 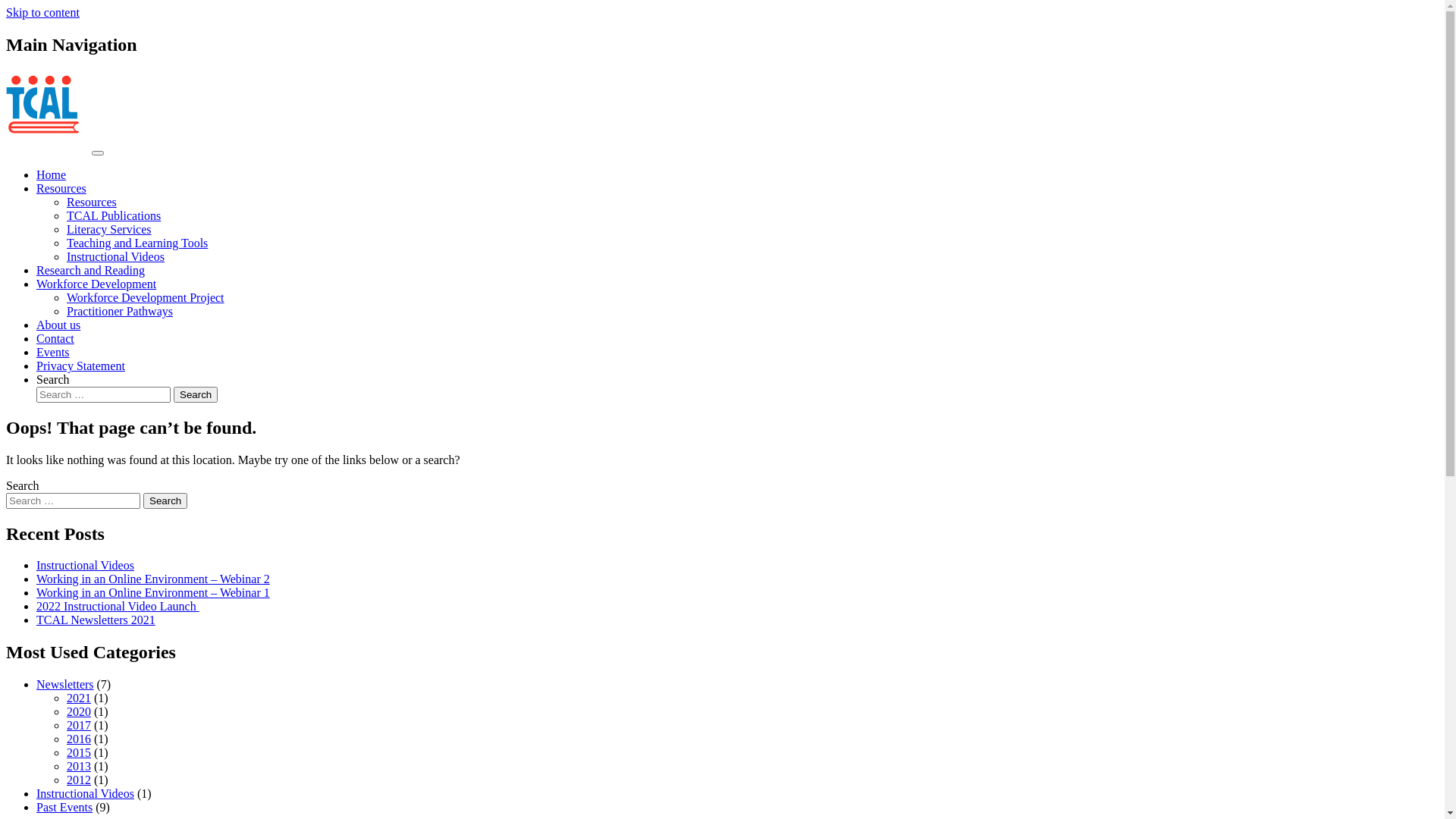 I want to click on 'Skip to content', so click(x=42, y=12).